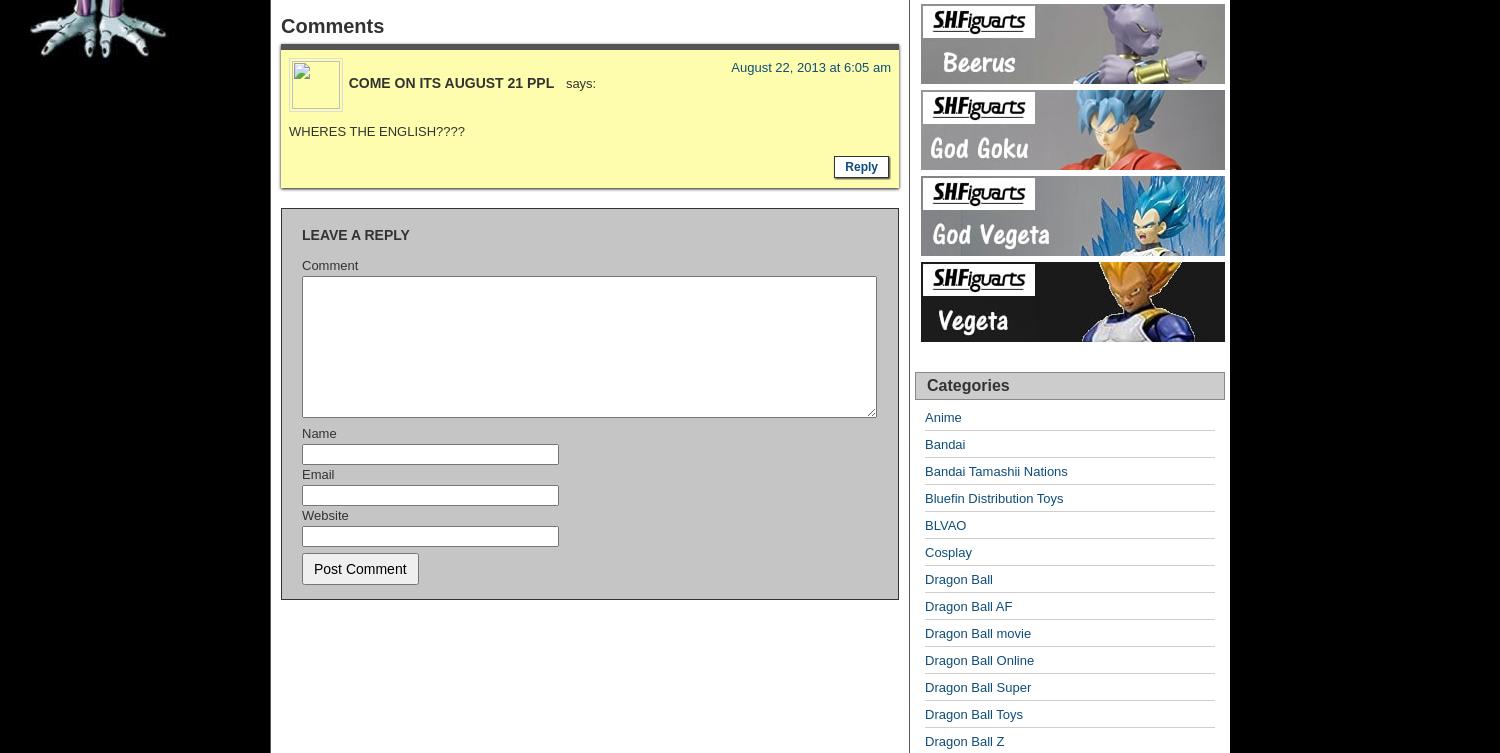 Image resolution: width=1500 pixels, height=753 pixels. What do you see at coordinates (942, 416) in the screenshot?
I see `'Anime'` at bounding box center [942, 416].